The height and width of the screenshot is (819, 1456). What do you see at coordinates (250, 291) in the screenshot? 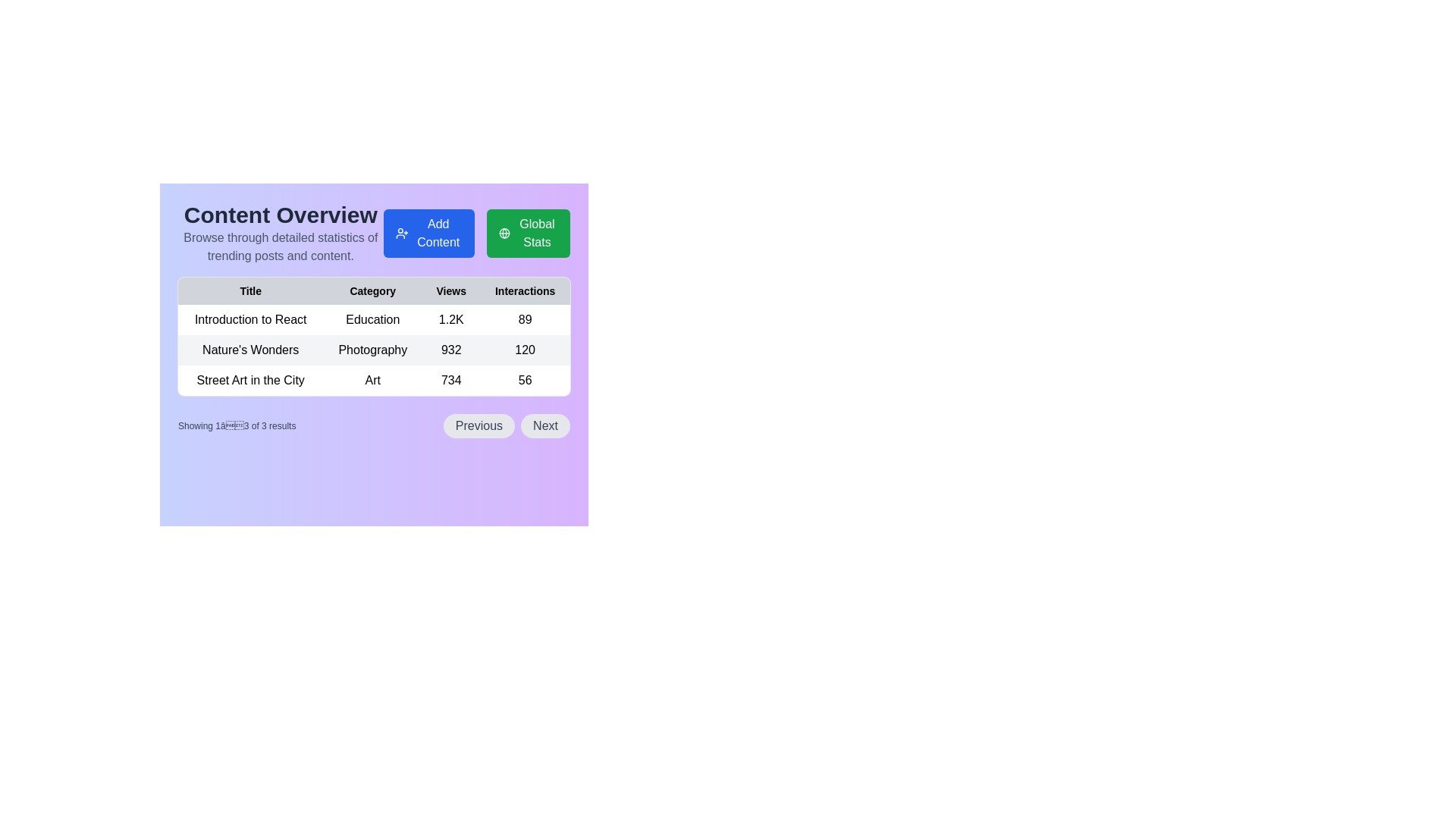
I see `the Table Header Cell that displays the word 'Title' in bold, located in the first column of the header row of a table` at bounding box center [250, 291].